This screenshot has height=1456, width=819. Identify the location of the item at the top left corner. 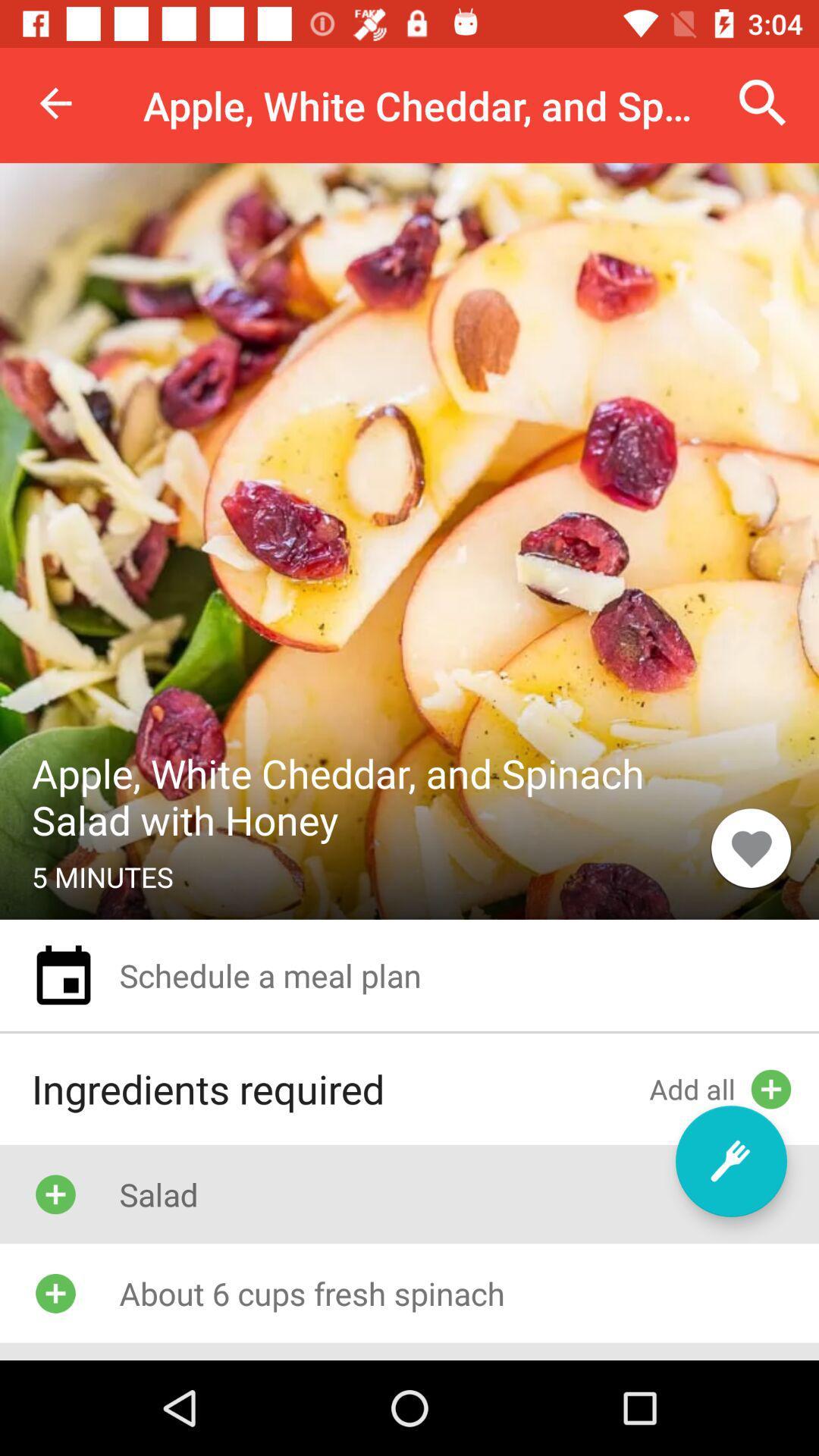
(55, 102).